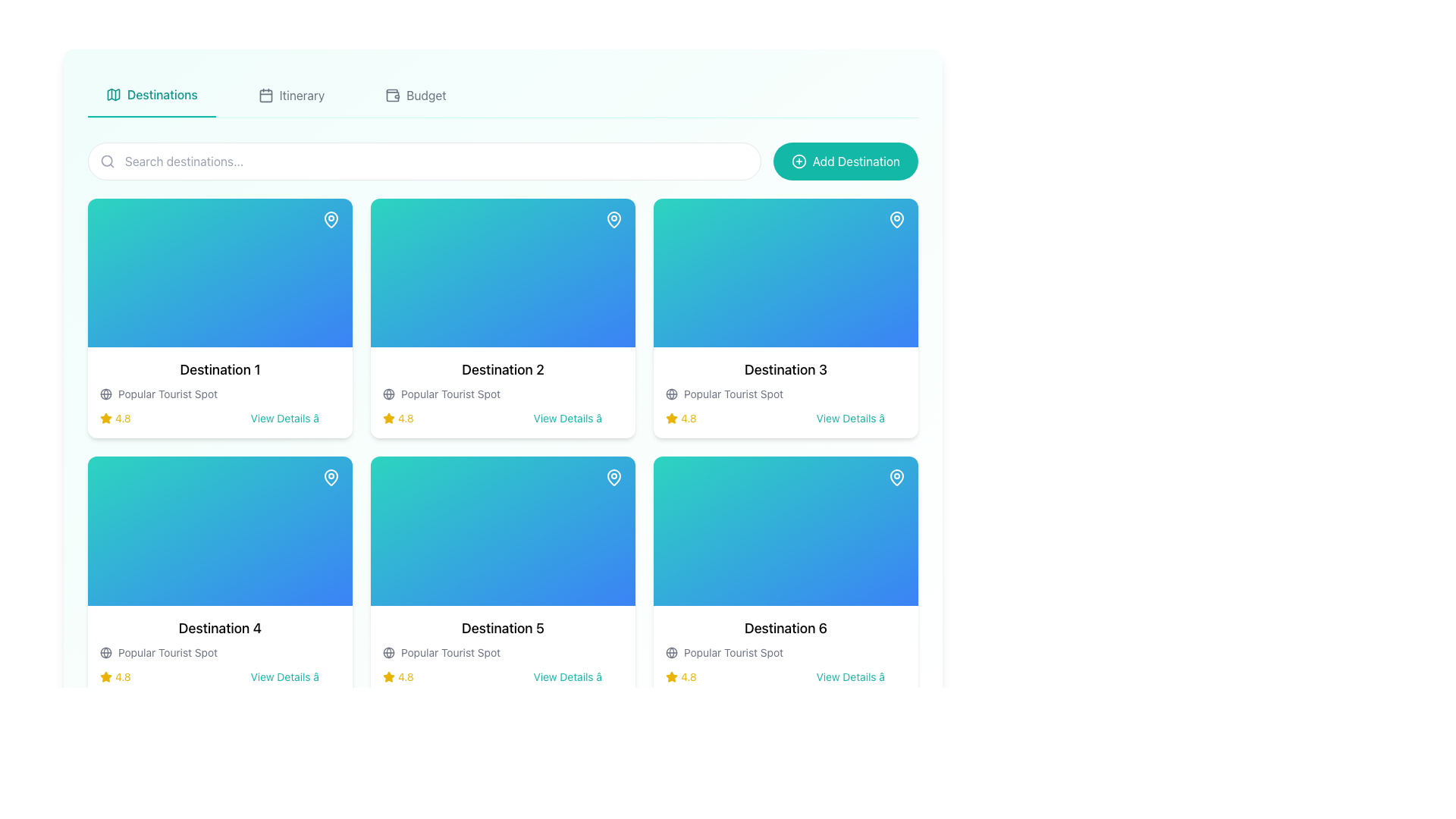 The image size is (1456, 819). Describe the element at coordinates (107, 161) in the screenshot. I see `the search bar icon located at the left end inside the search bar area, which visually indicates the purpose of the input field` at that location.